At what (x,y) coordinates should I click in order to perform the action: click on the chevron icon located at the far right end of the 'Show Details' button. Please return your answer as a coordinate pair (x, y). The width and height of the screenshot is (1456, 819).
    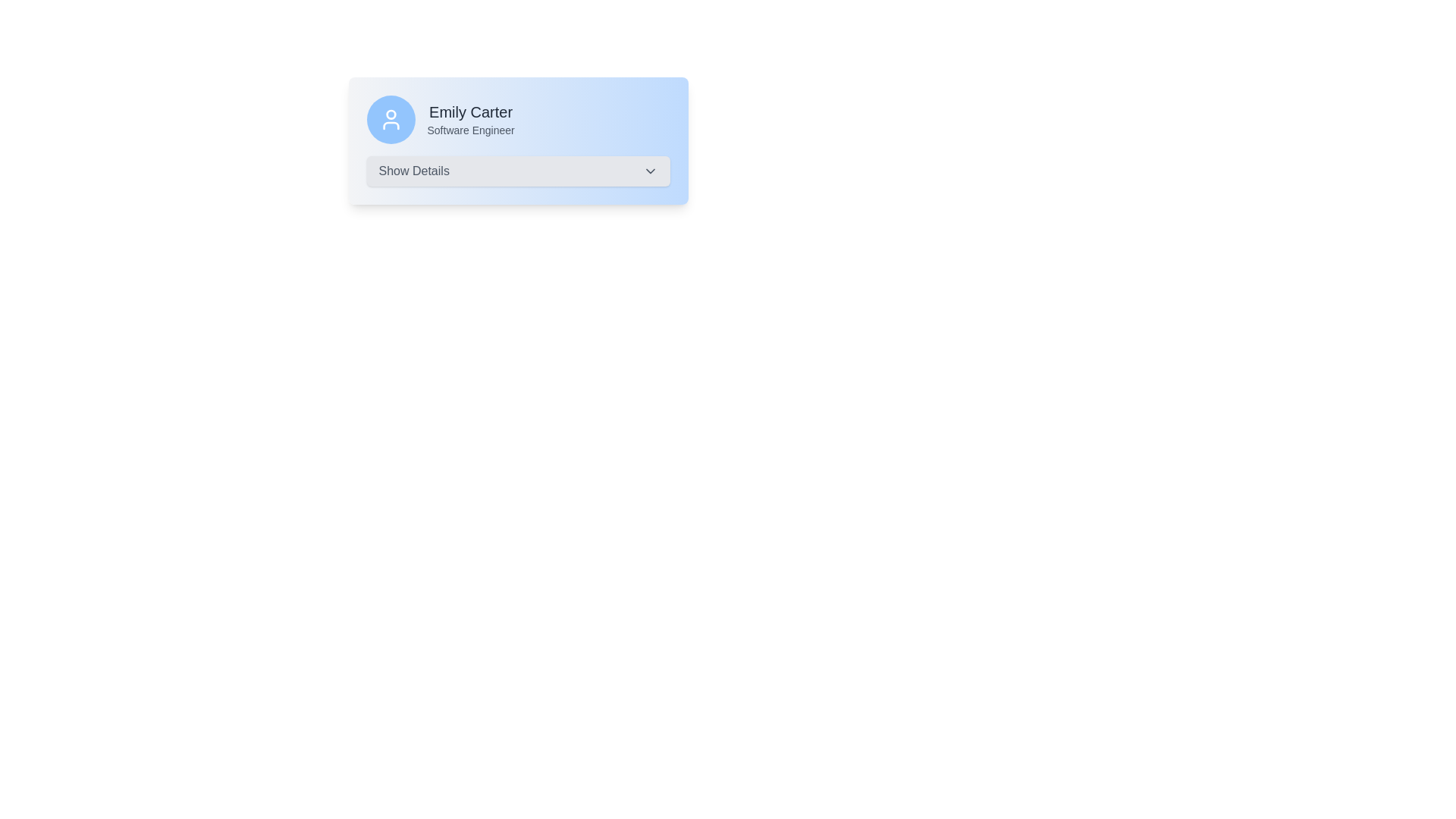
    Looking at the image, I should click on (650, 171).